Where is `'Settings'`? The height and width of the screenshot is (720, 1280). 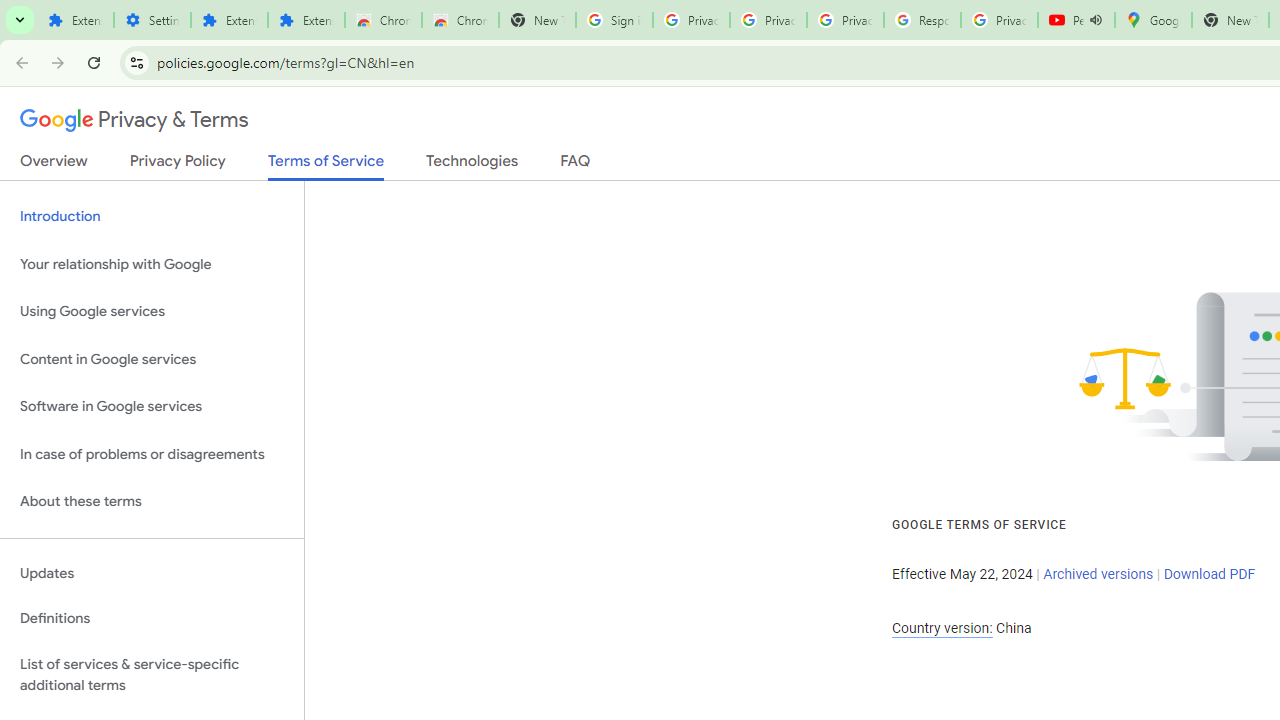
'Settings' is located at coordinates (151, 20).